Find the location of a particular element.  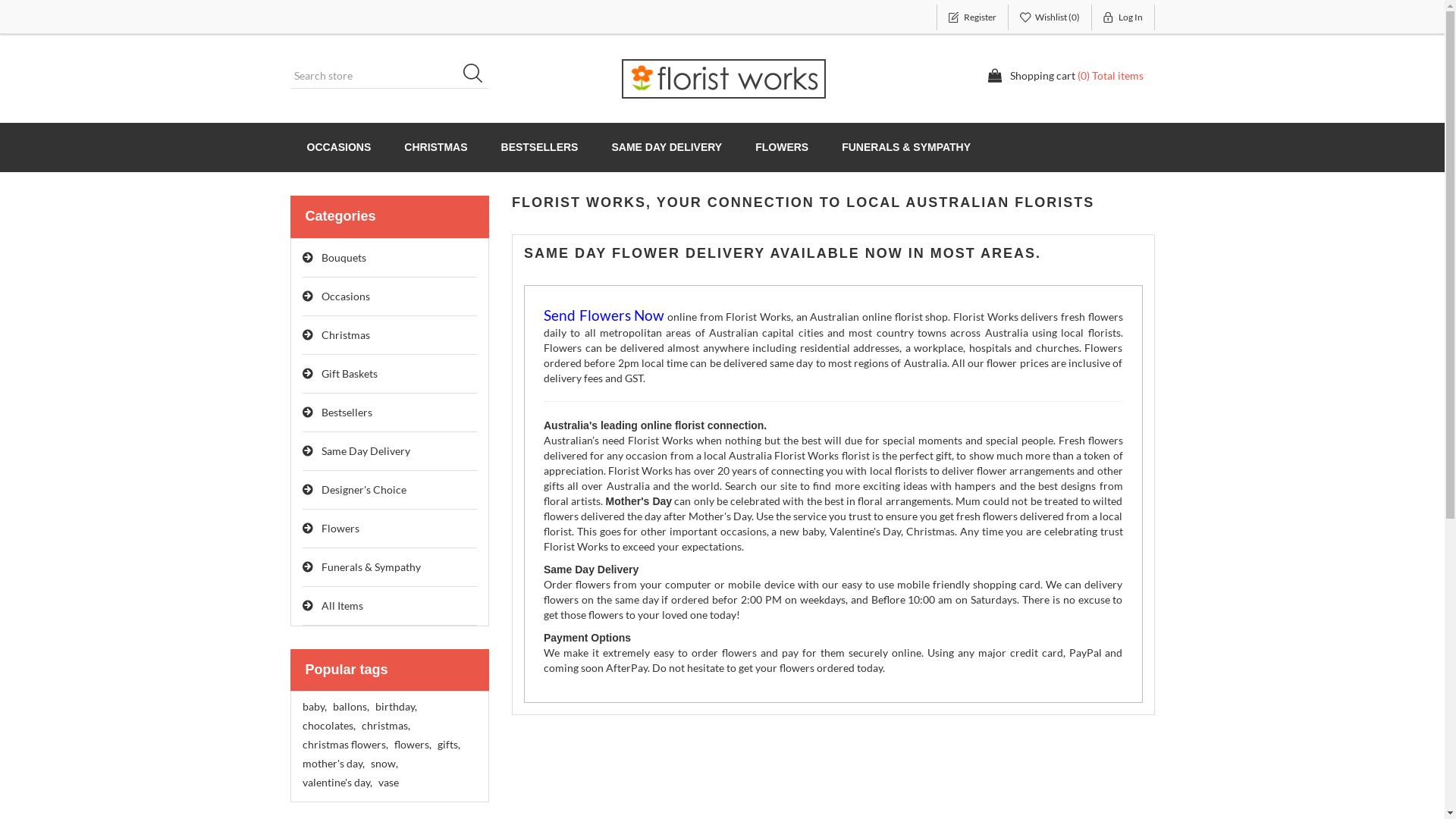

'FUNERALS & SYMPATHY' is located at coordinates (906, 147).